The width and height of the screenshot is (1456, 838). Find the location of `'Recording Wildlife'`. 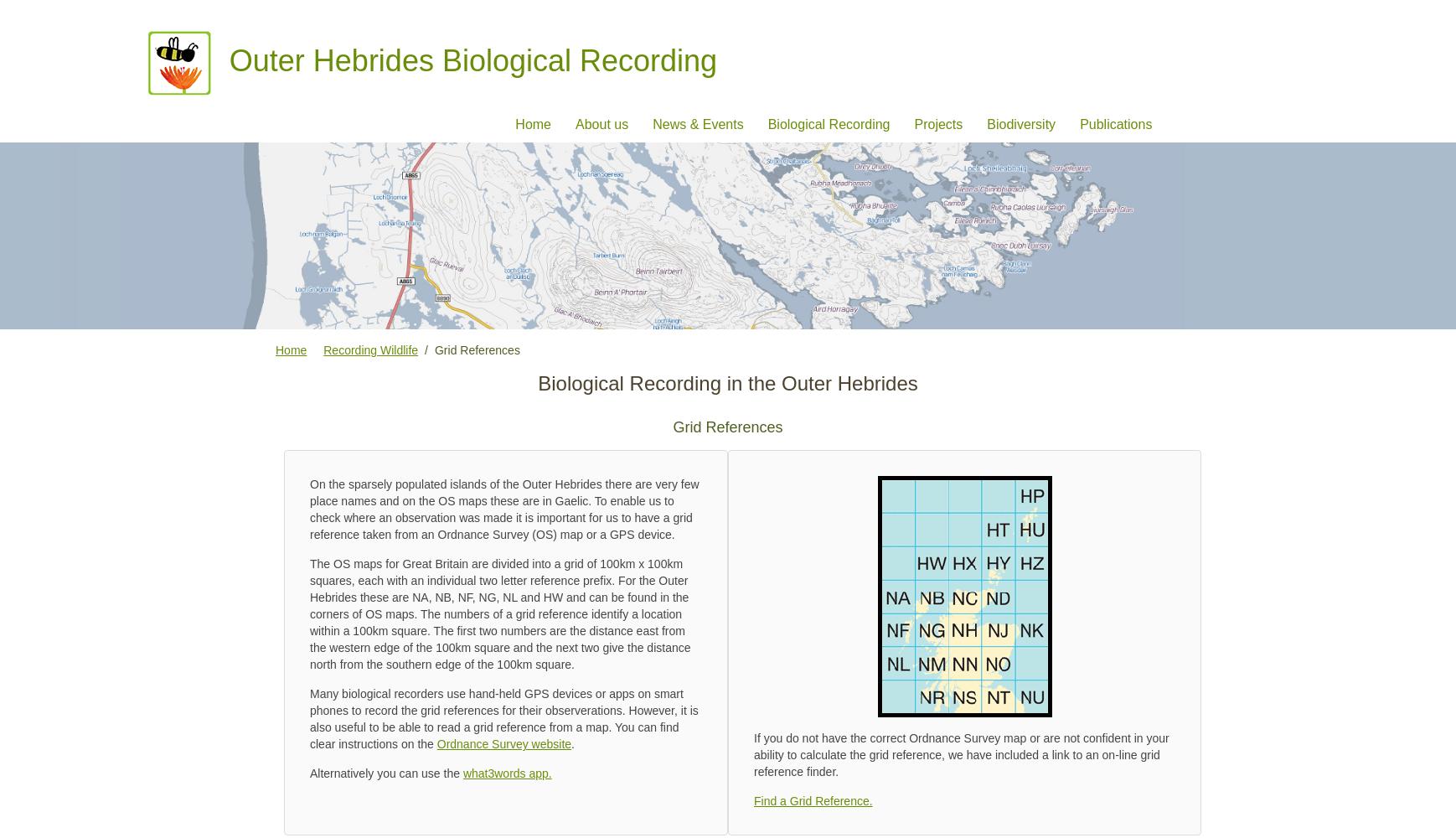

'Recording Wildlife' is located at coordinates (370, 350).